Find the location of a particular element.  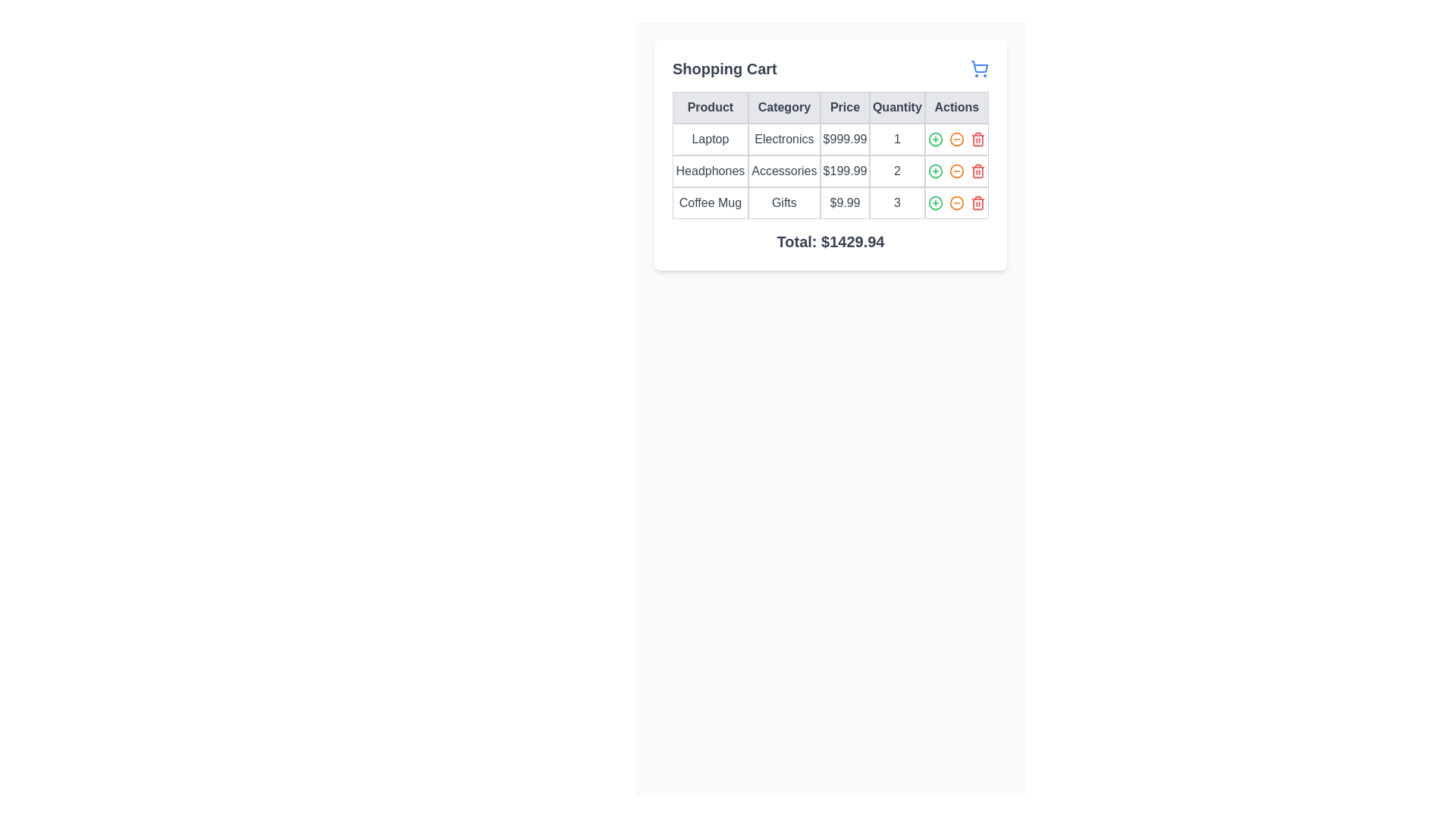

the second button in the 'Actions' column of the third row in the shopping cart table to decrease the quantity of the associated item is located at coordinates (955, 202).